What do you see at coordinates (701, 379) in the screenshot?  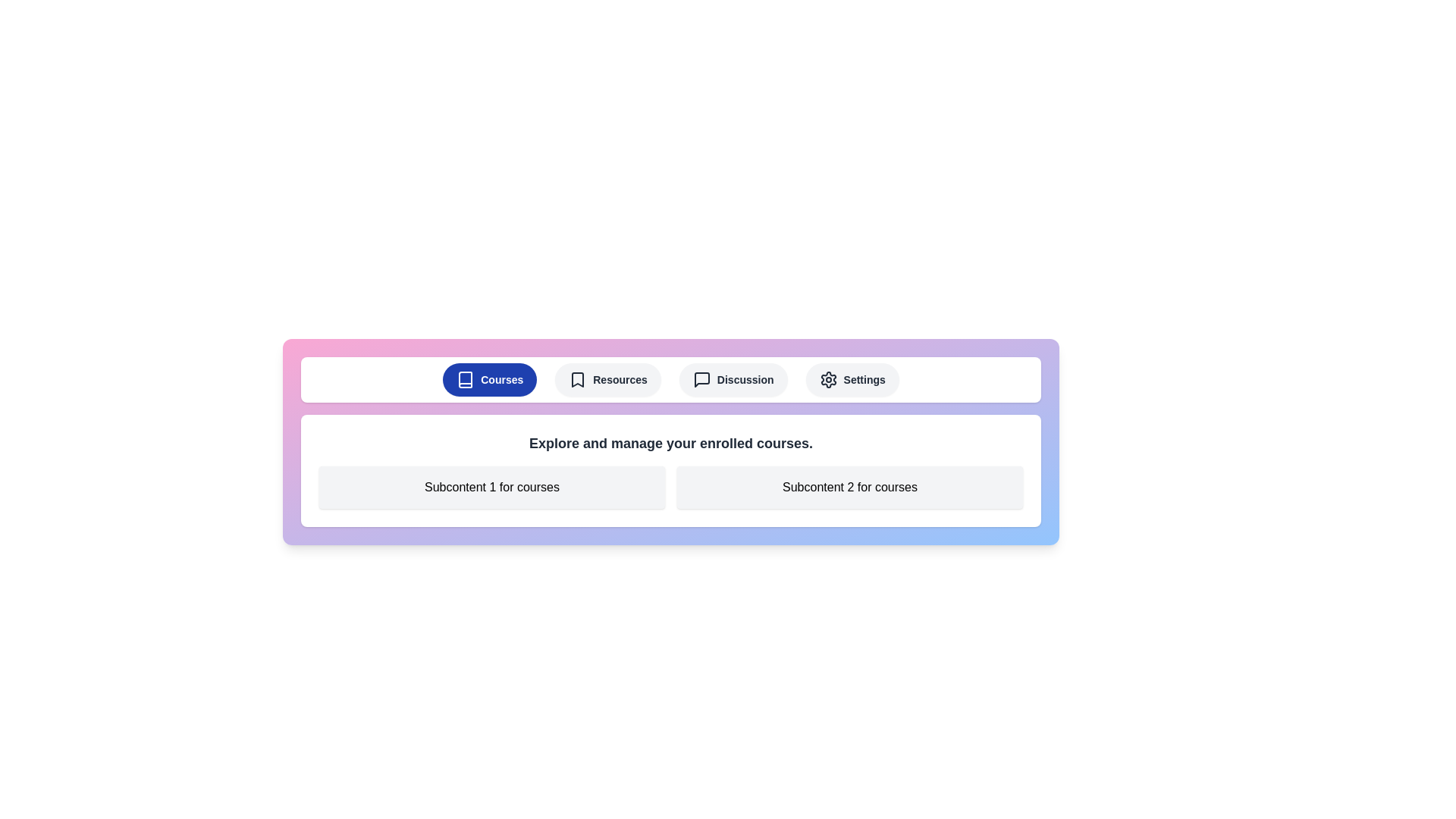 I see `the 'Discussion' button in the navigation bar` at bounding box center [701, 379].